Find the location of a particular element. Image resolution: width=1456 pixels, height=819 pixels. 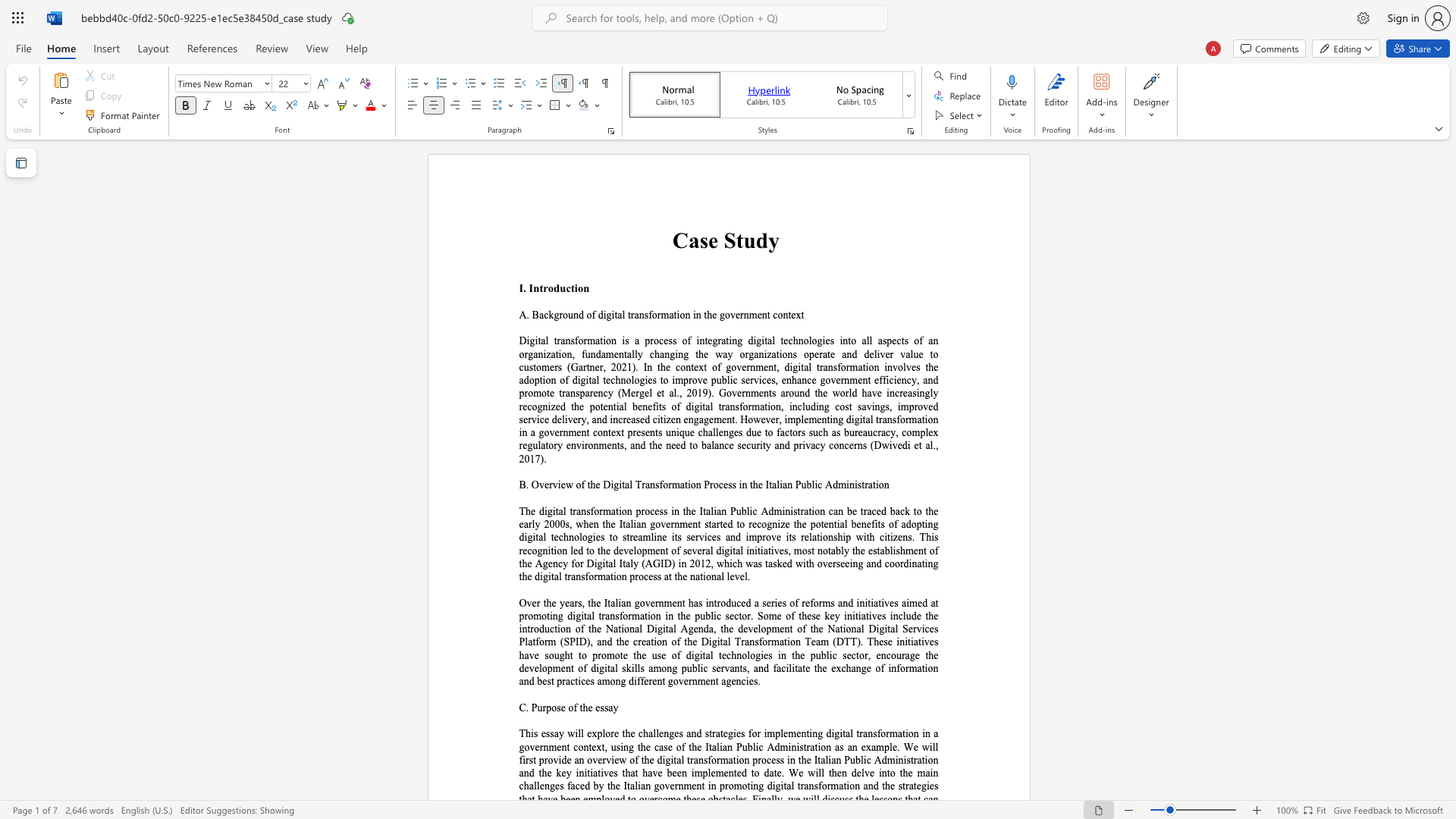

the subset text "ase Stu" within the text "Case Study" is located at coordinates (687, 239).